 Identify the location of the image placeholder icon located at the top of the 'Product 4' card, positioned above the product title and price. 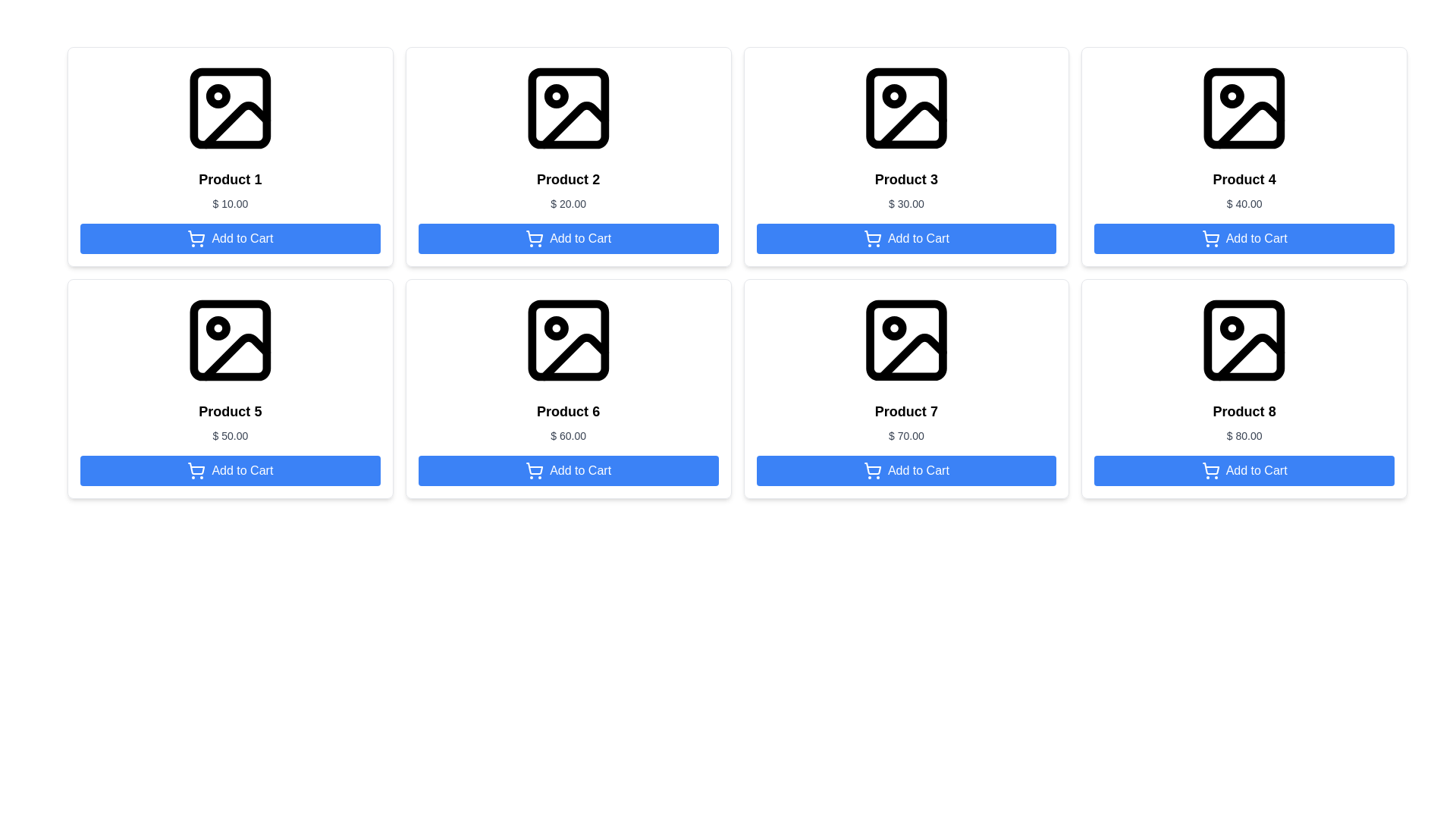
(1244, 107).